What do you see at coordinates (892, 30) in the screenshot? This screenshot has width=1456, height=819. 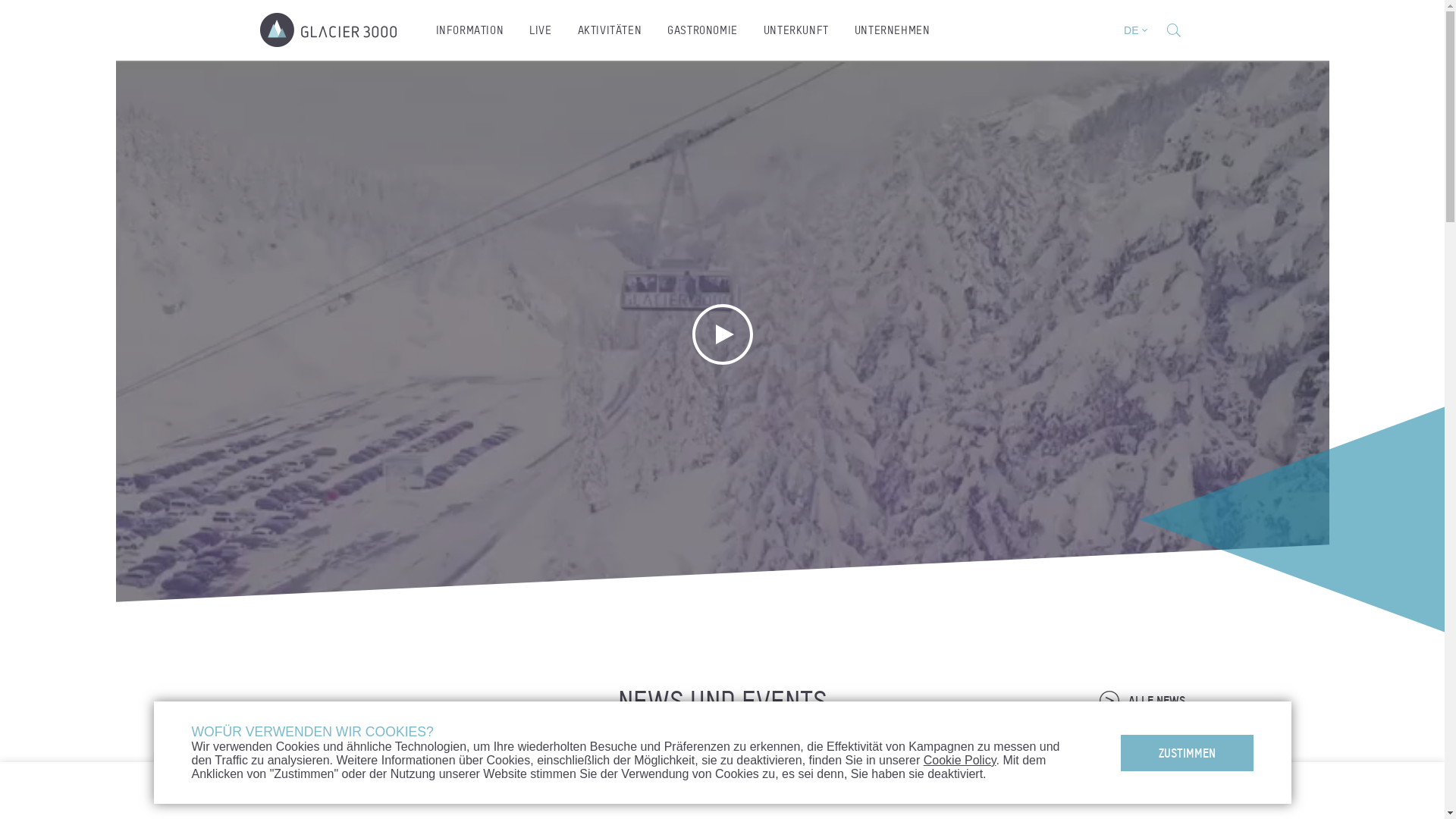 I see `'UNTERNEHMEN'` at bounding box center [892, 30].